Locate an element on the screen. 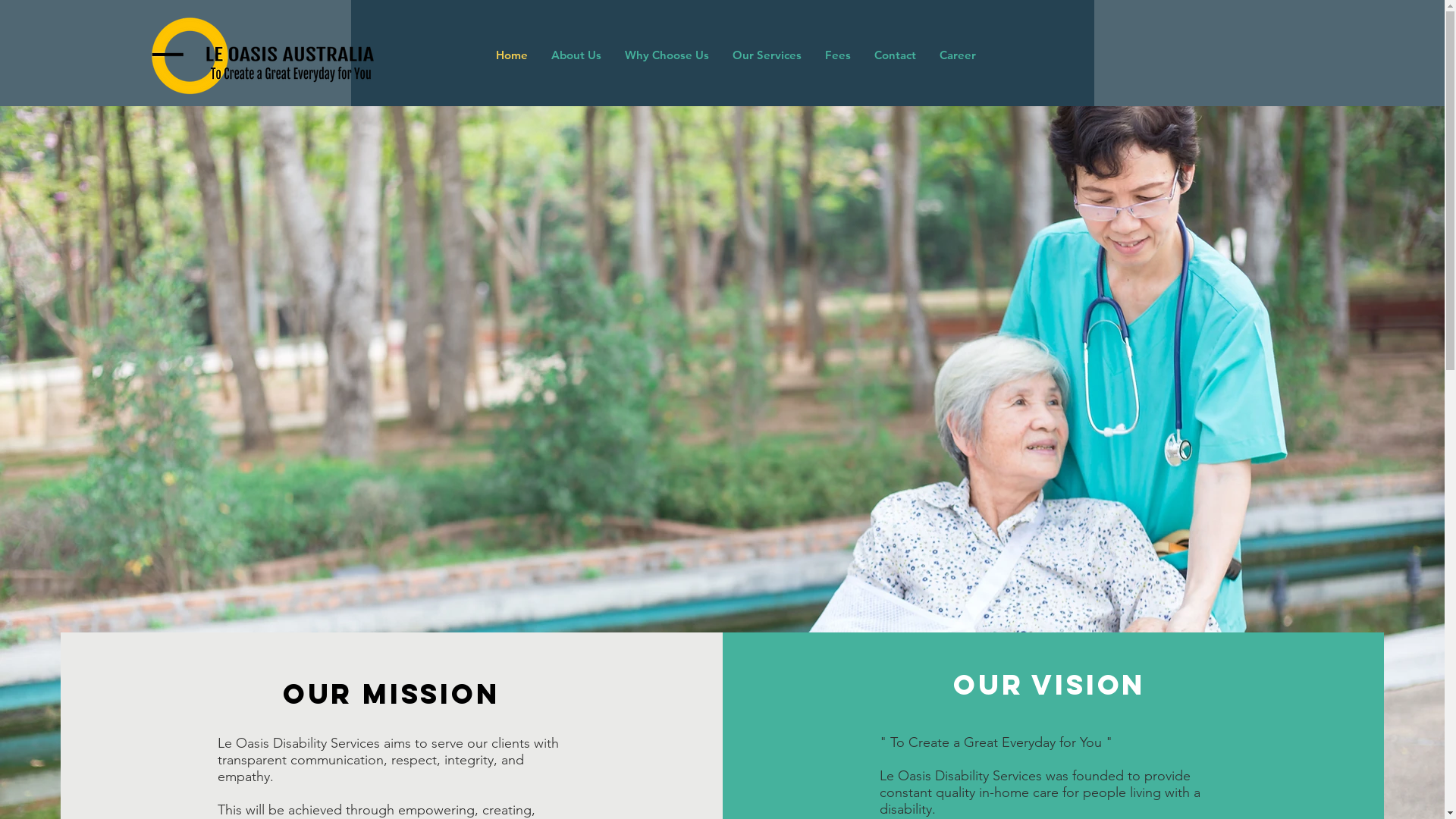 This screenshot has height=819, width=1456. 'Fees' is located at coordinates (836, 55).